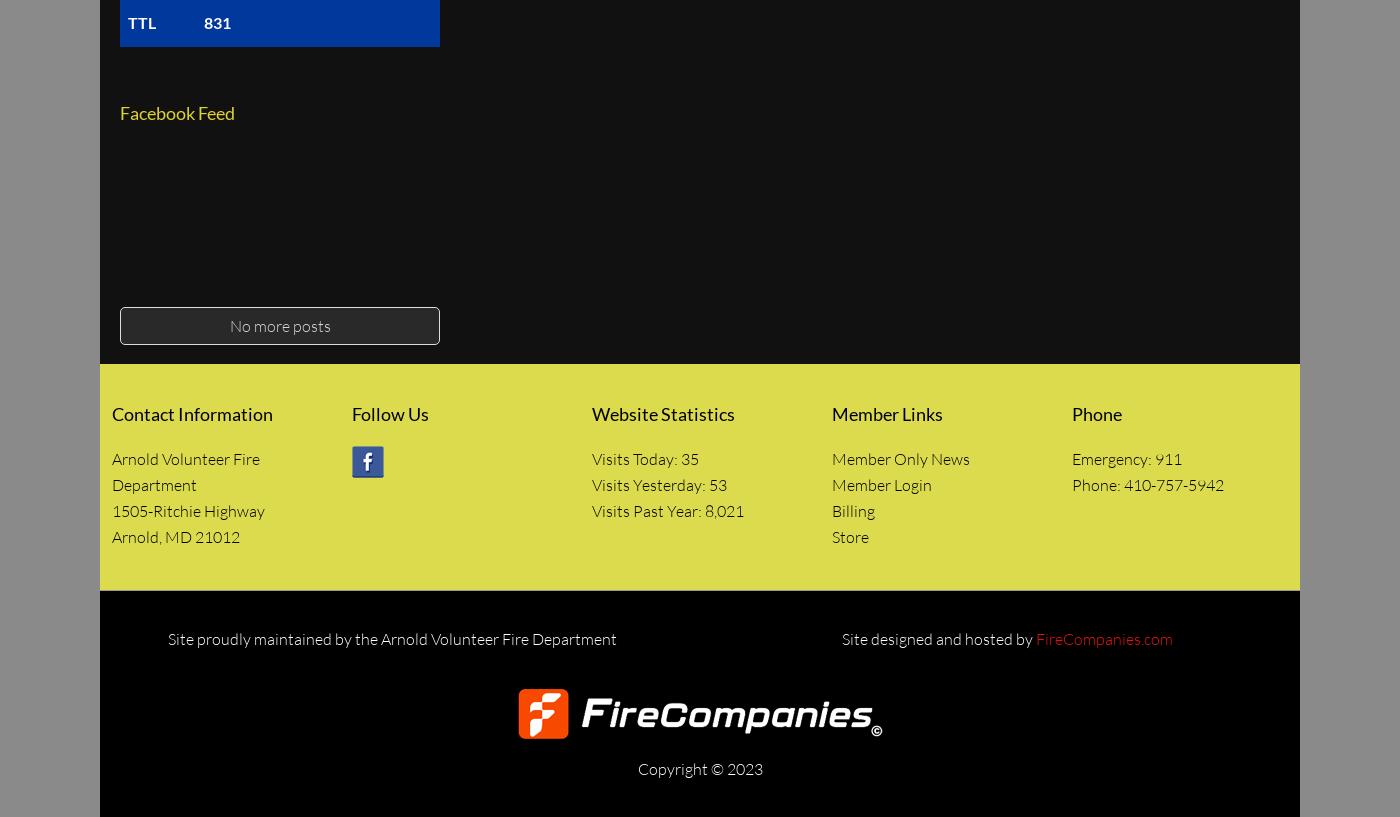 This screenshot has width=1400, height=817. Describe the element at coordinates (1148, 483) in the screenshot. I see `'Phone: 410-757-5942'` at that location.